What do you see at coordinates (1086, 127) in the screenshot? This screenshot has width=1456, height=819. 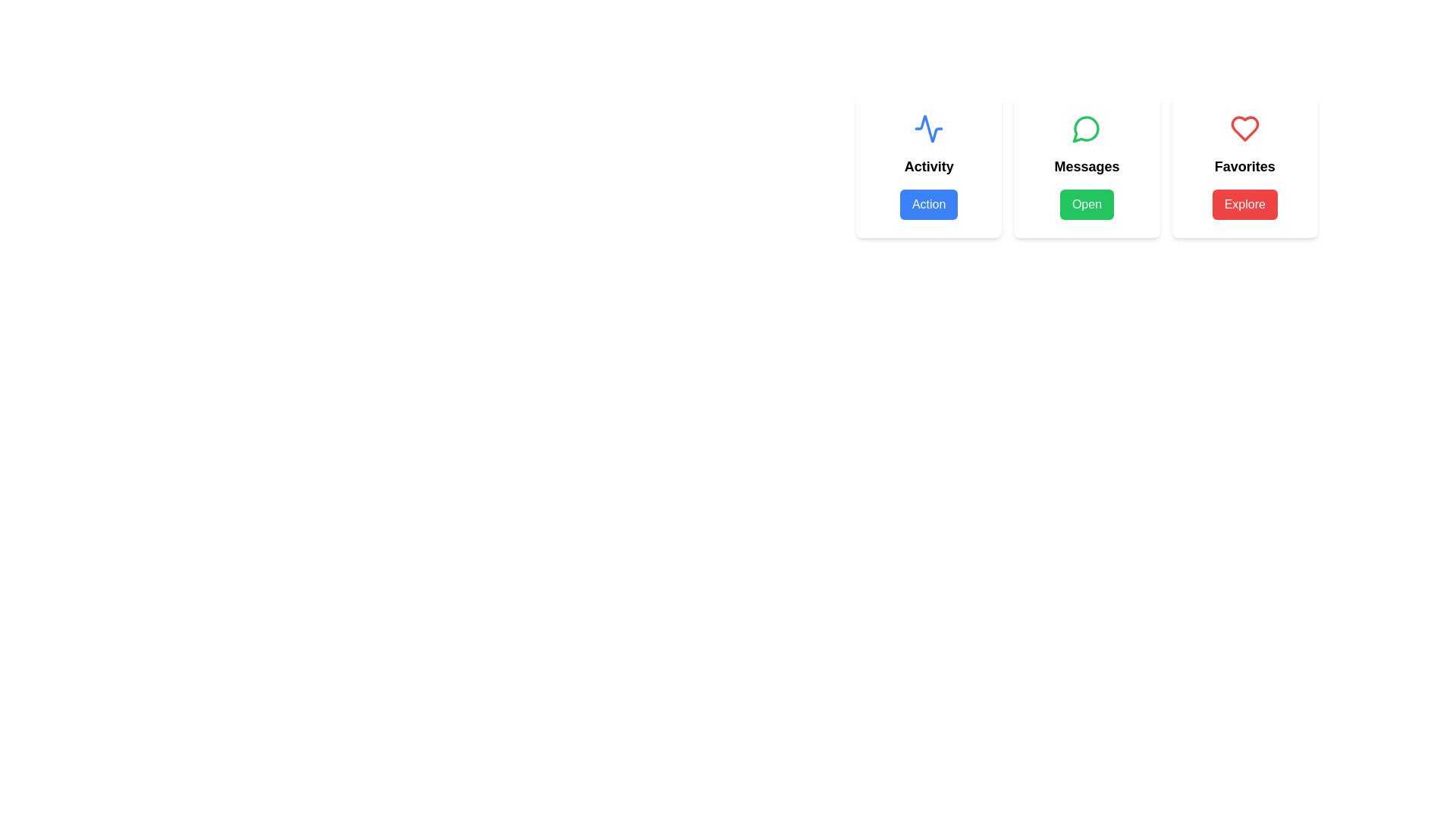 I see `the circular chat bubble icon with a green outline located above the 'Messages' text and adjacent to the 'Open' button` at bounding box center [1086, 127].